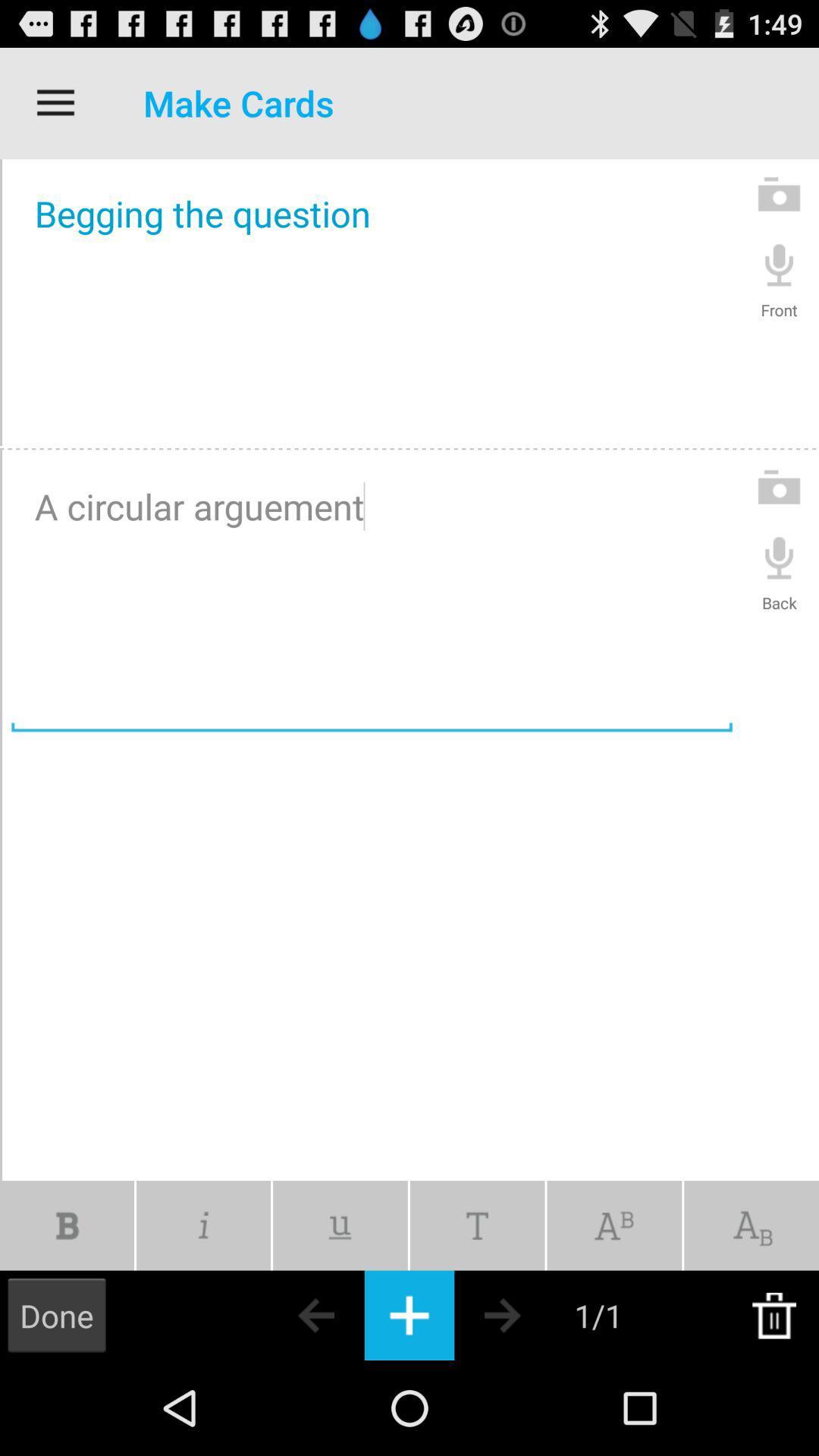 The height and width of the screenshot is (1456, 819). Describe the element at coordinates (773, 1314) in the screenshot. I see `delete the argument` at that location.